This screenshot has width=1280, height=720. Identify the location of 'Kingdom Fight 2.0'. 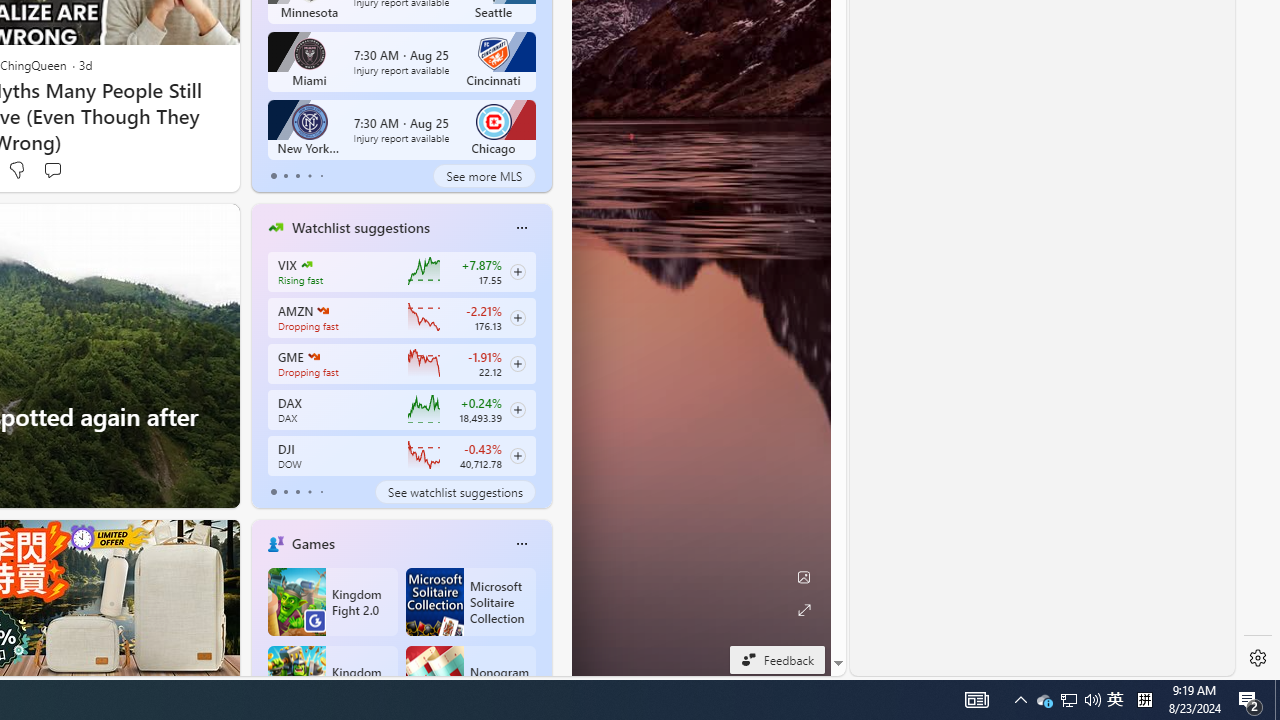
(332, 600).